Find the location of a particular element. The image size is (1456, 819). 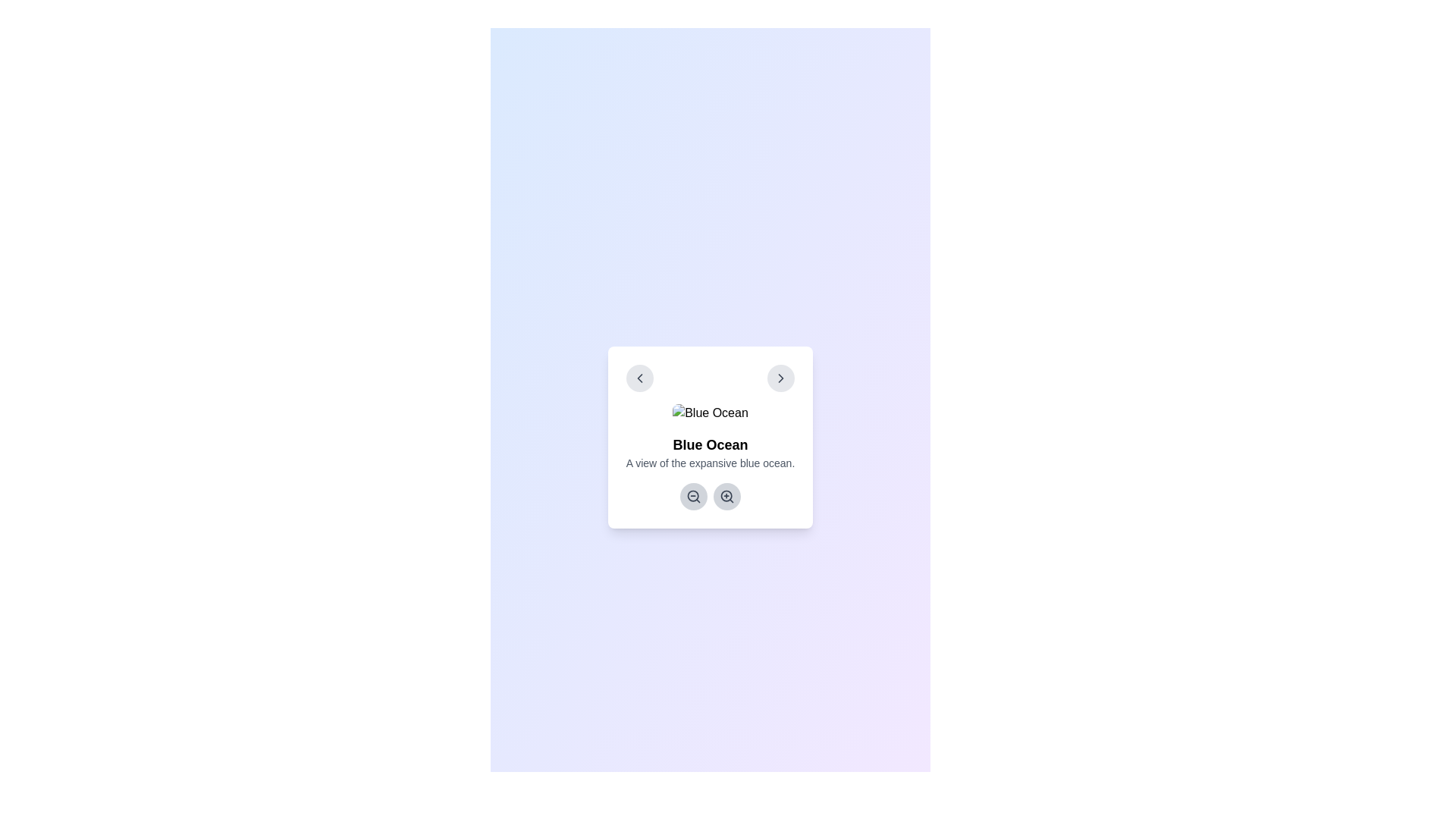

the filled circle that represents the lens of the magnifying glass icon with a plus symbol, located within the 'Blue Ocean' card component is located at coordinates (726, 496).